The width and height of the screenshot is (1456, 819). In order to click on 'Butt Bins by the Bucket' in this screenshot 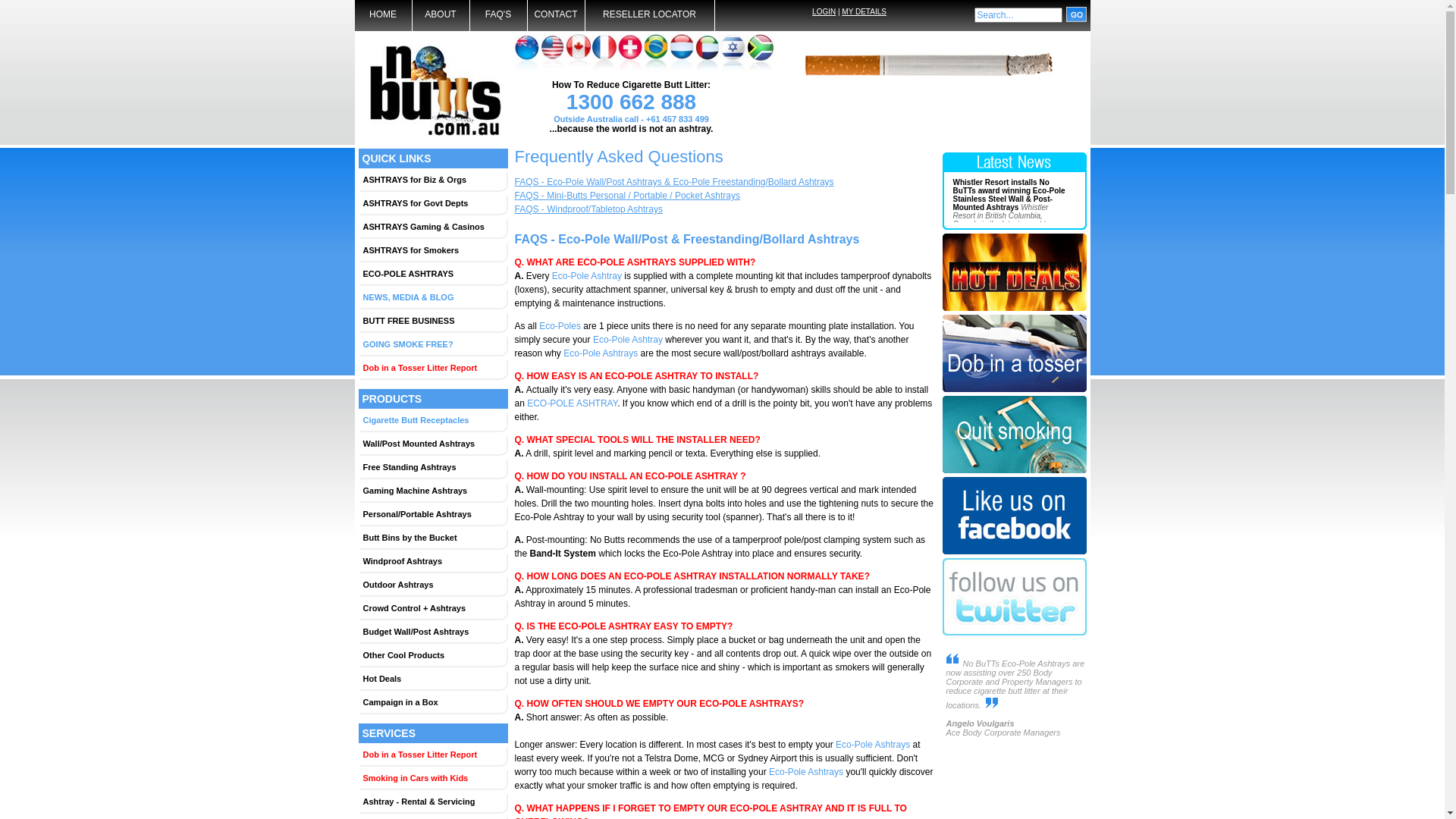, I will do `click(432, 537)`.